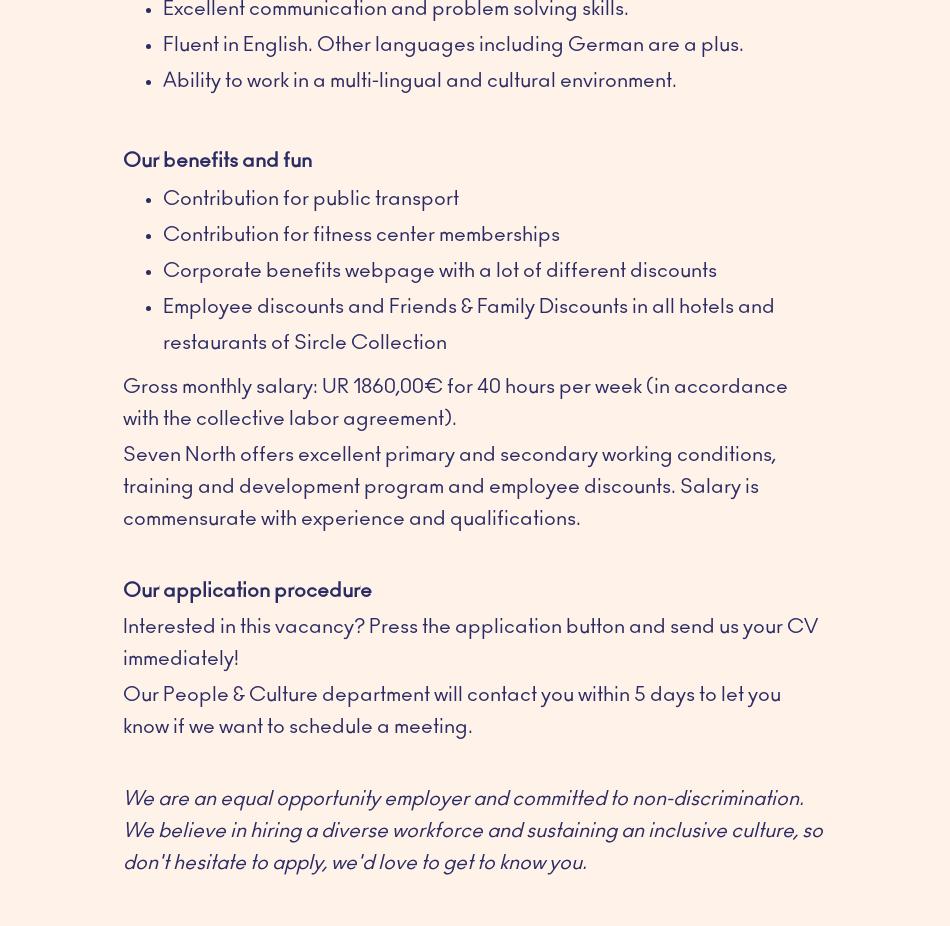 This screenshot has height=926, width=950. What do you see at coordinates (123, 401) in the screenshot?
I see `'Gross monthly salary: UR 1860,00€ for 40 hours per week (in accordance with the collective labor agreement).'` at bounding box center [123, 401].